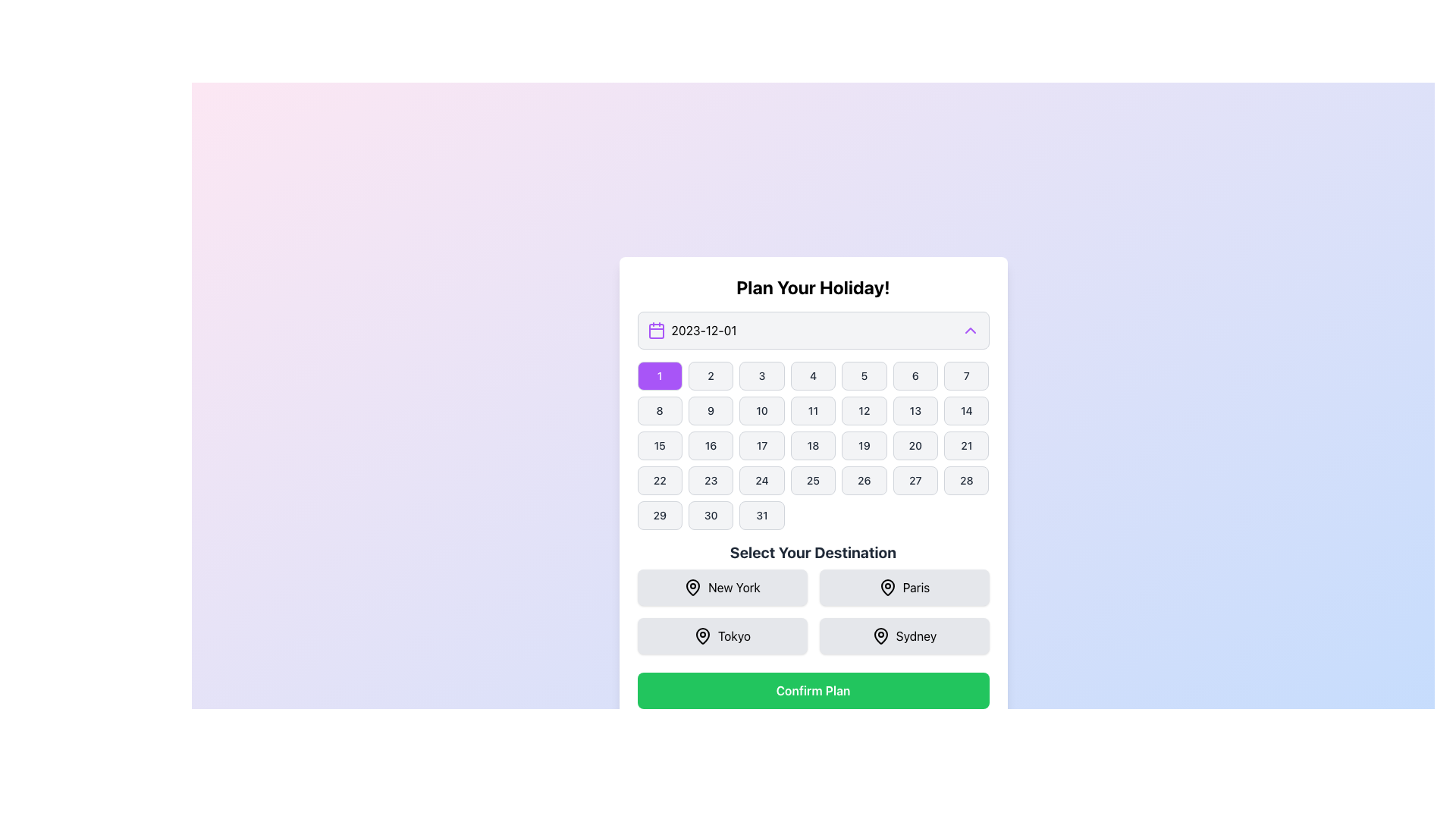 The height and width of the screenshot is (819, 1456). I want to click on the button with the number '4' that is part of a grid displaying numbers from 1 to 31, located in the first row and fourth column, so click(812, 375).